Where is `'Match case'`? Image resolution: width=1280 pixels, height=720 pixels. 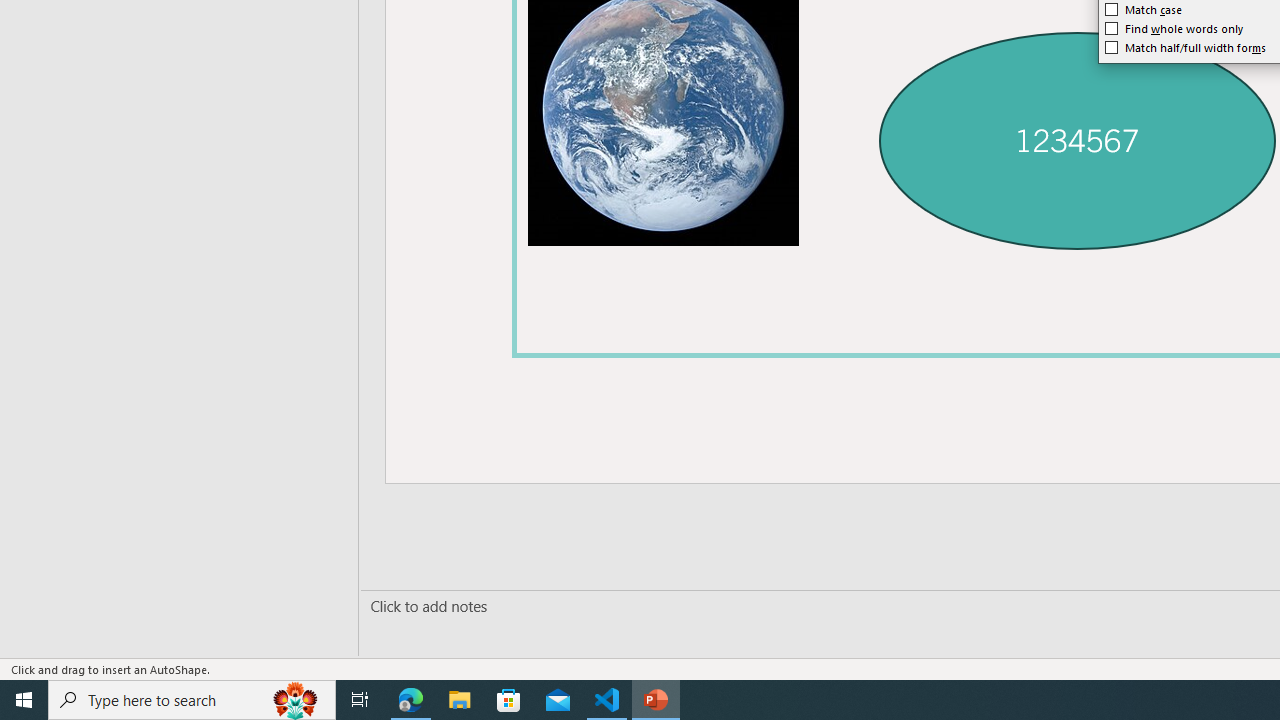 'Match case' is located at coordinates (1144, 10).